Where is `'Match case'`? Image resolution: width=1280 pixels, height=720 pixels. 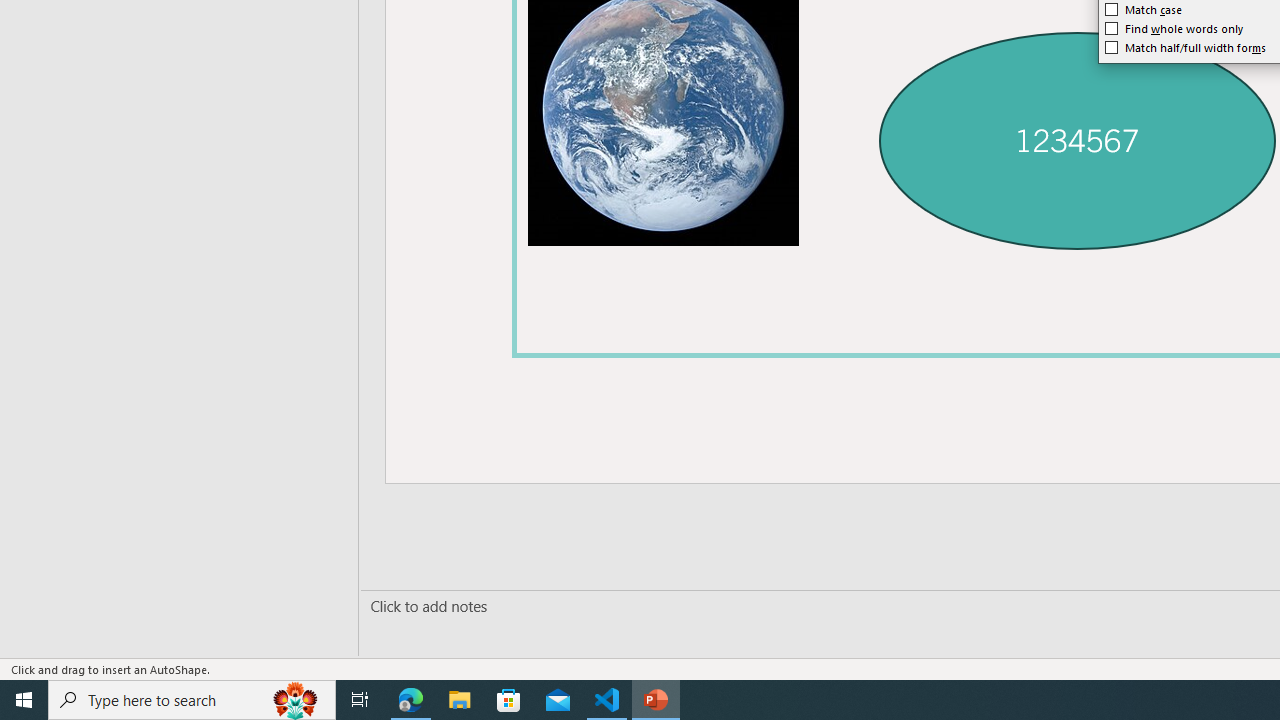 'Match case' is located at coordinates (1144, 10).